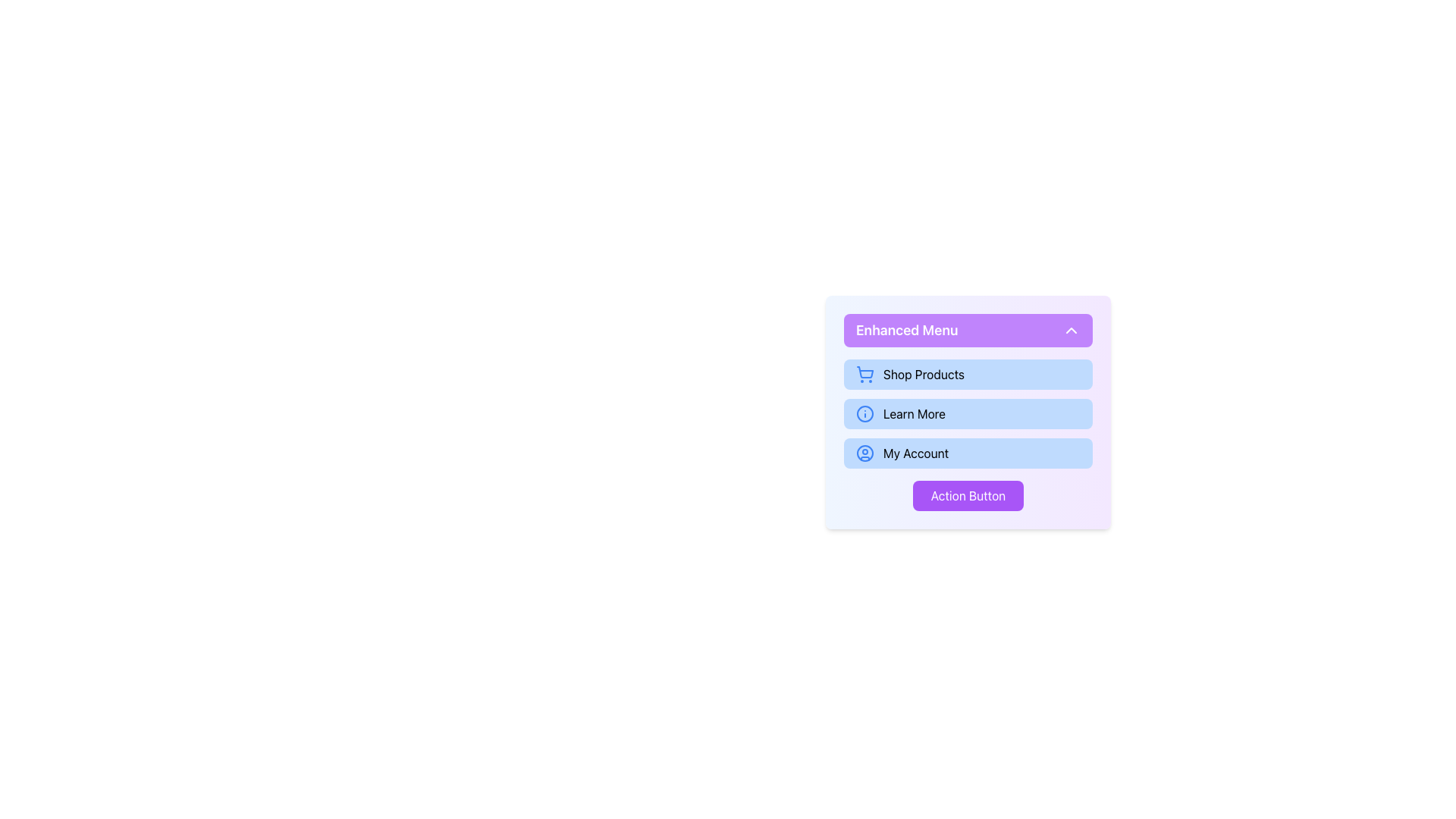 Image resolution: width=1456 pixels, height=819 pixels. Describe the element at coordinates (865, 414) in the screenshot. I see `the circular icon to the left of the 'Learn More' text in the Enhanced Menu, which is the second icon in the vertical stack of options` at that location.